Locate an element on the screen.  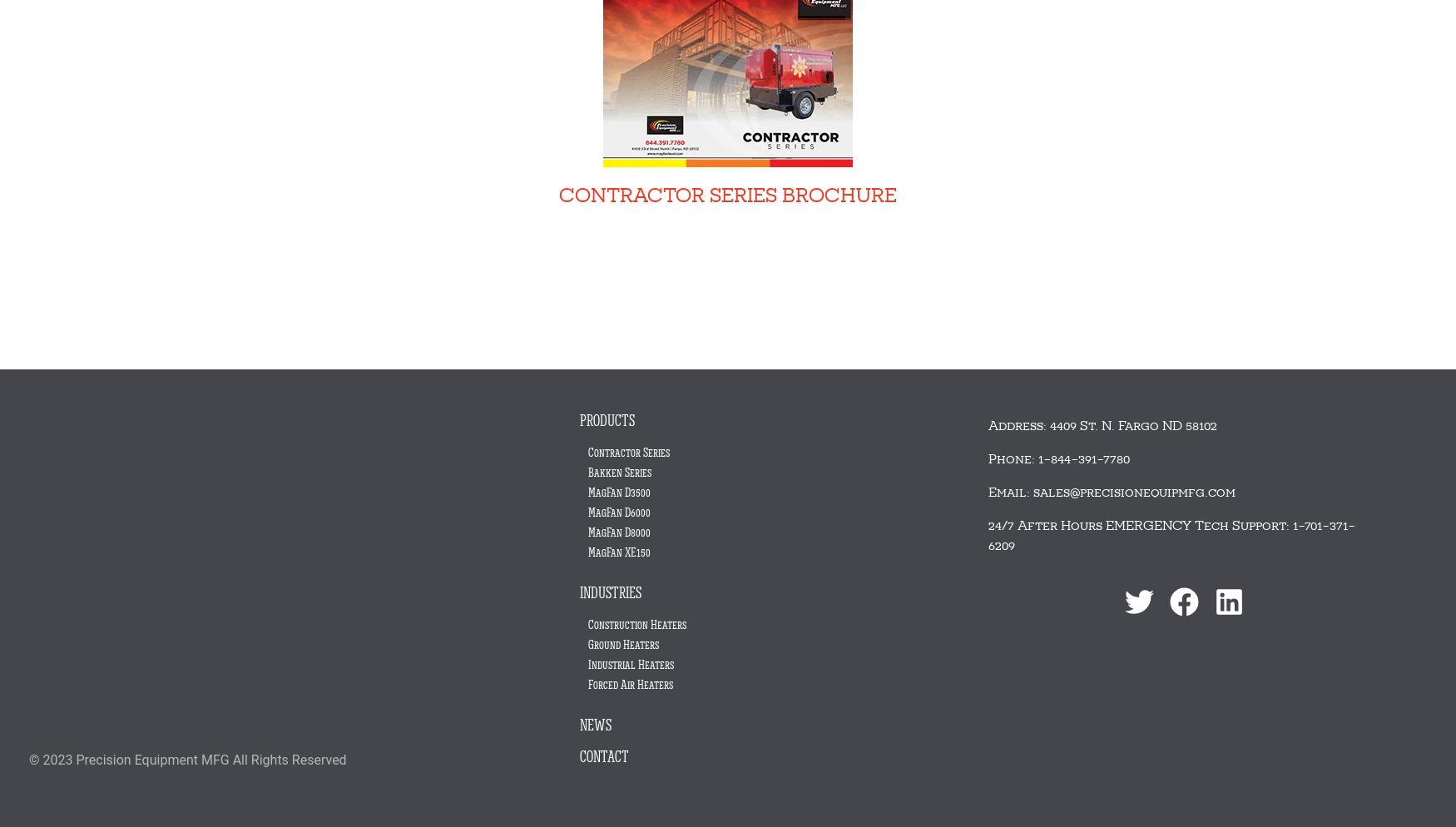
'Contractor Series' is located at coordinates (628, 451).